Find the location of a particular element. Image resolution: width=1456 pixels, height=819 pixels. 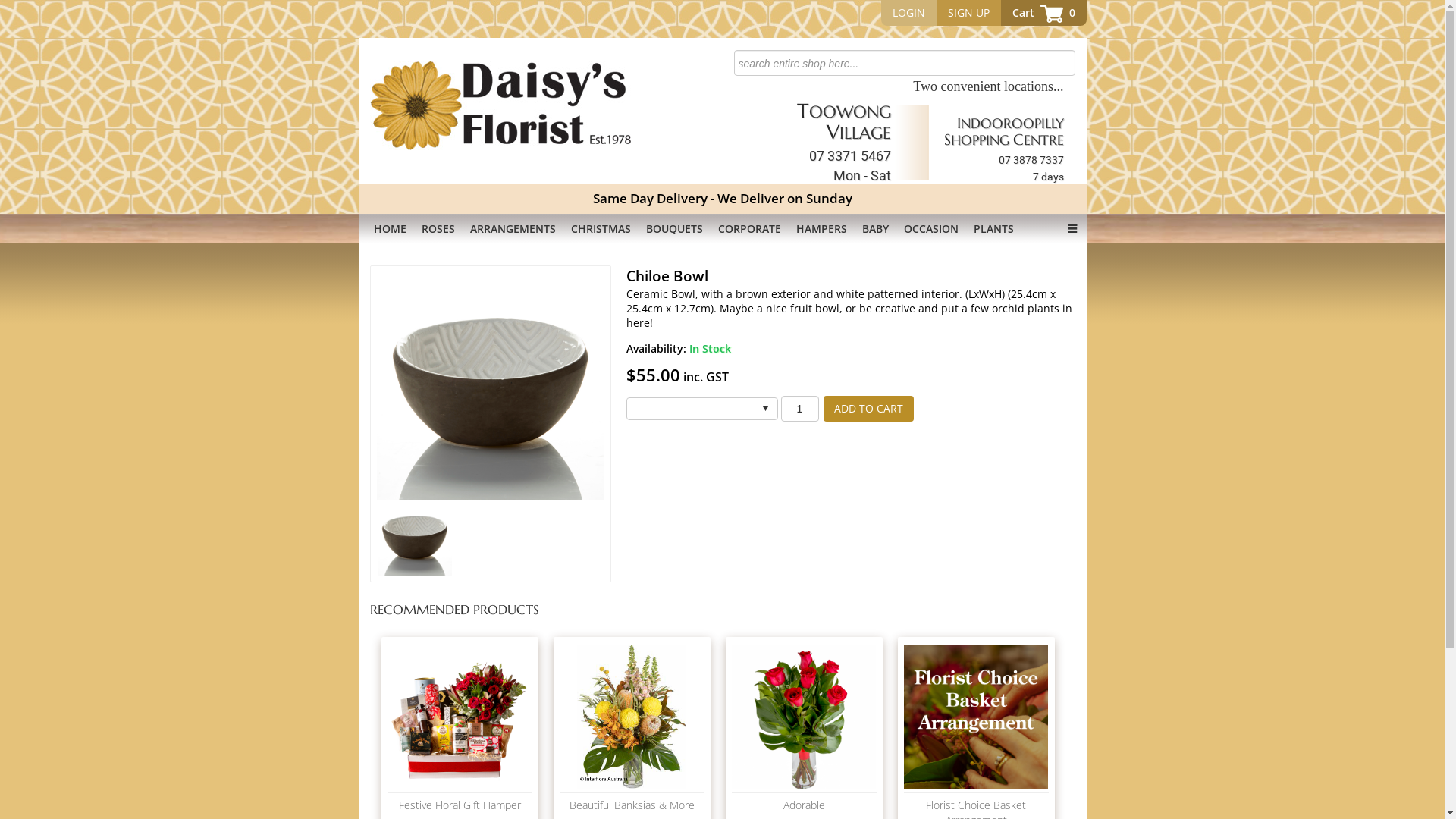

'PLANTS' is located at coordinates (965, 228).